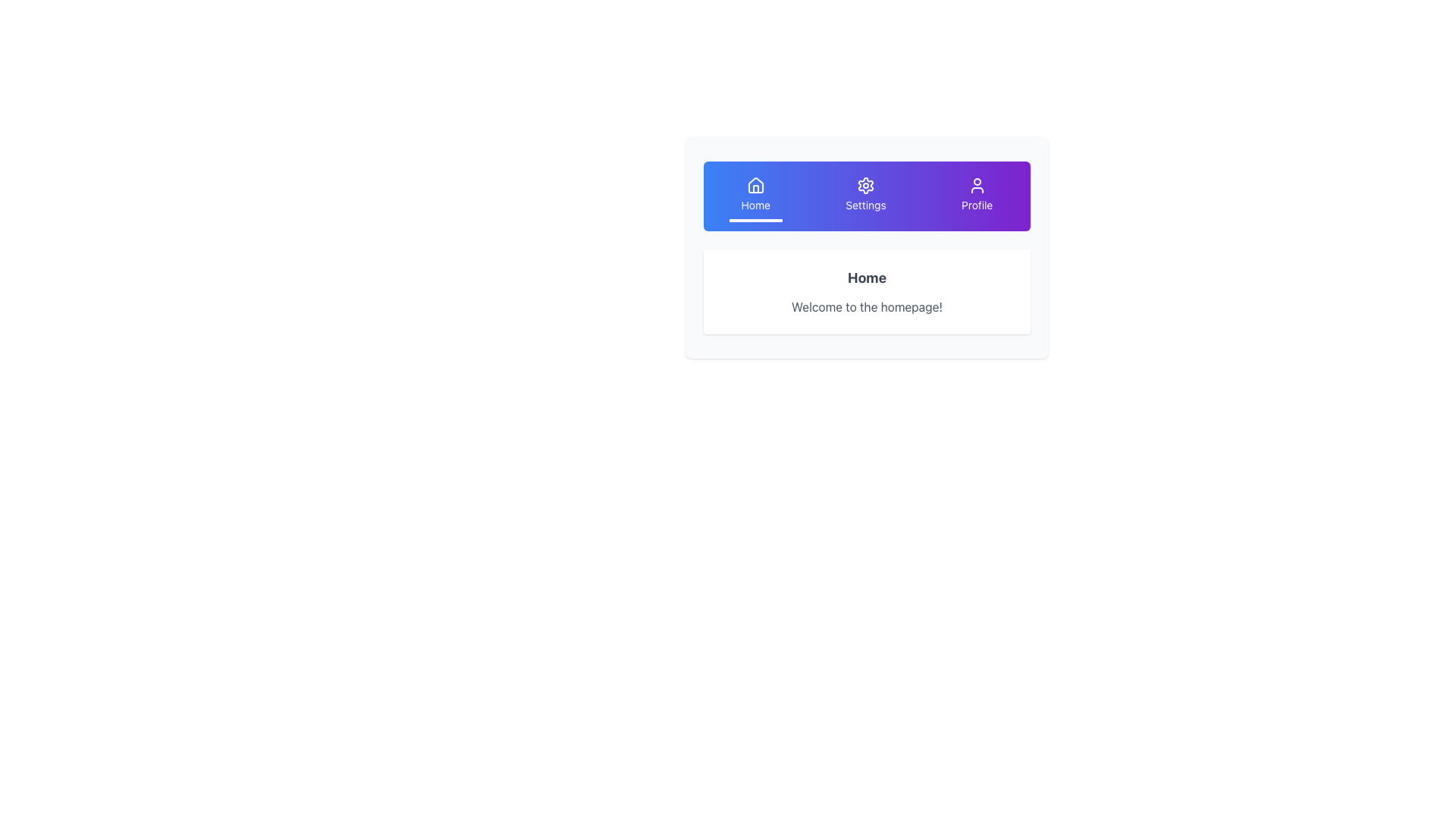 The height and width of the screenshot is (819, 1456). What do you see at coordinates (977, 195) in the screenshot?
I see `the 'Profile' button, which is a vertically stacked combination of a user icon and the text label 'Profile', located on the rightmost side of the gradient navigation bar` at bounding box center [977, 195].